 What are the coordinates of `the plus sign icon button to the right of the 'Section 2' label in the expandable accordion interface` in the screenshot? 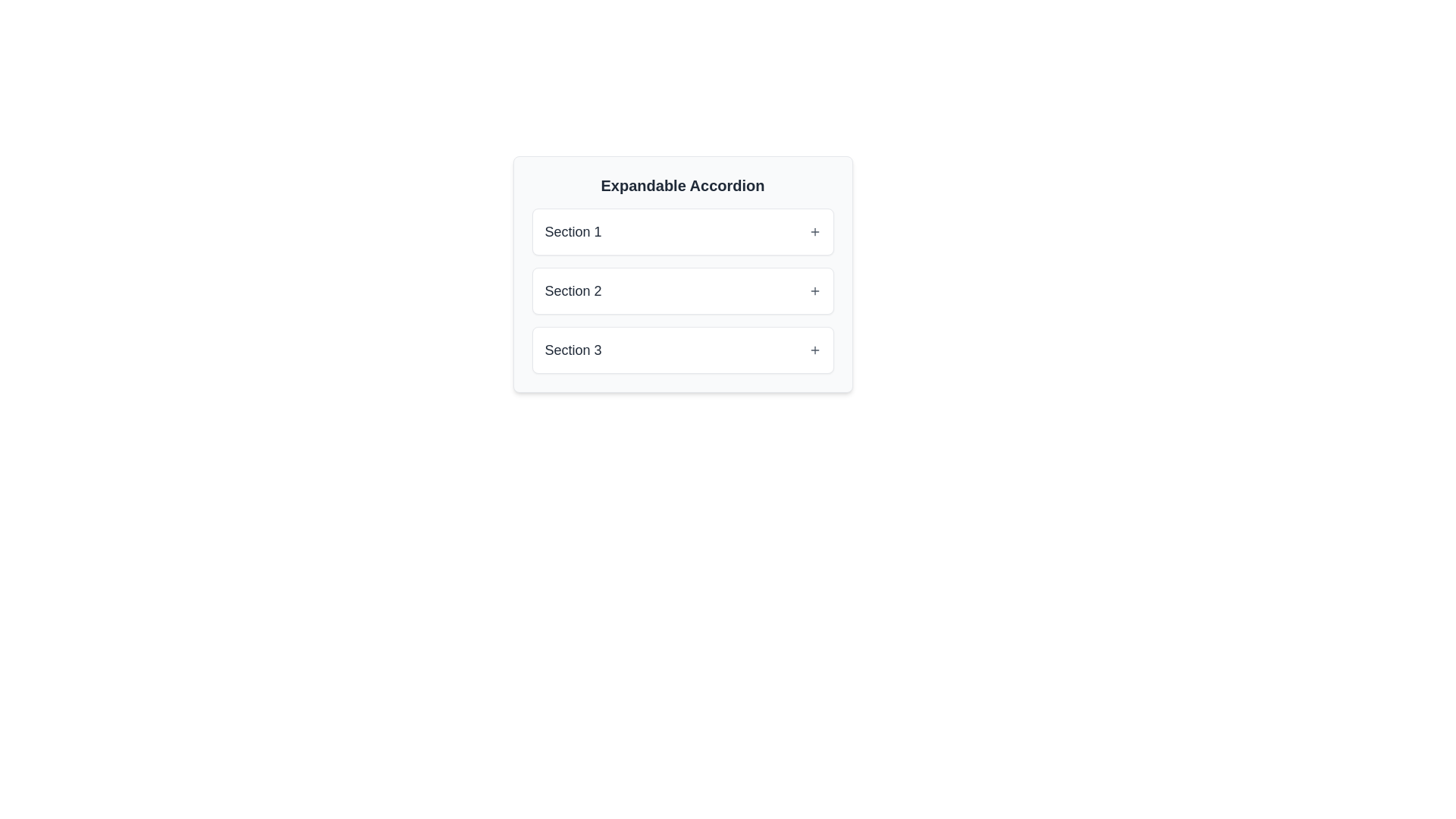 It's located at (814, 291).